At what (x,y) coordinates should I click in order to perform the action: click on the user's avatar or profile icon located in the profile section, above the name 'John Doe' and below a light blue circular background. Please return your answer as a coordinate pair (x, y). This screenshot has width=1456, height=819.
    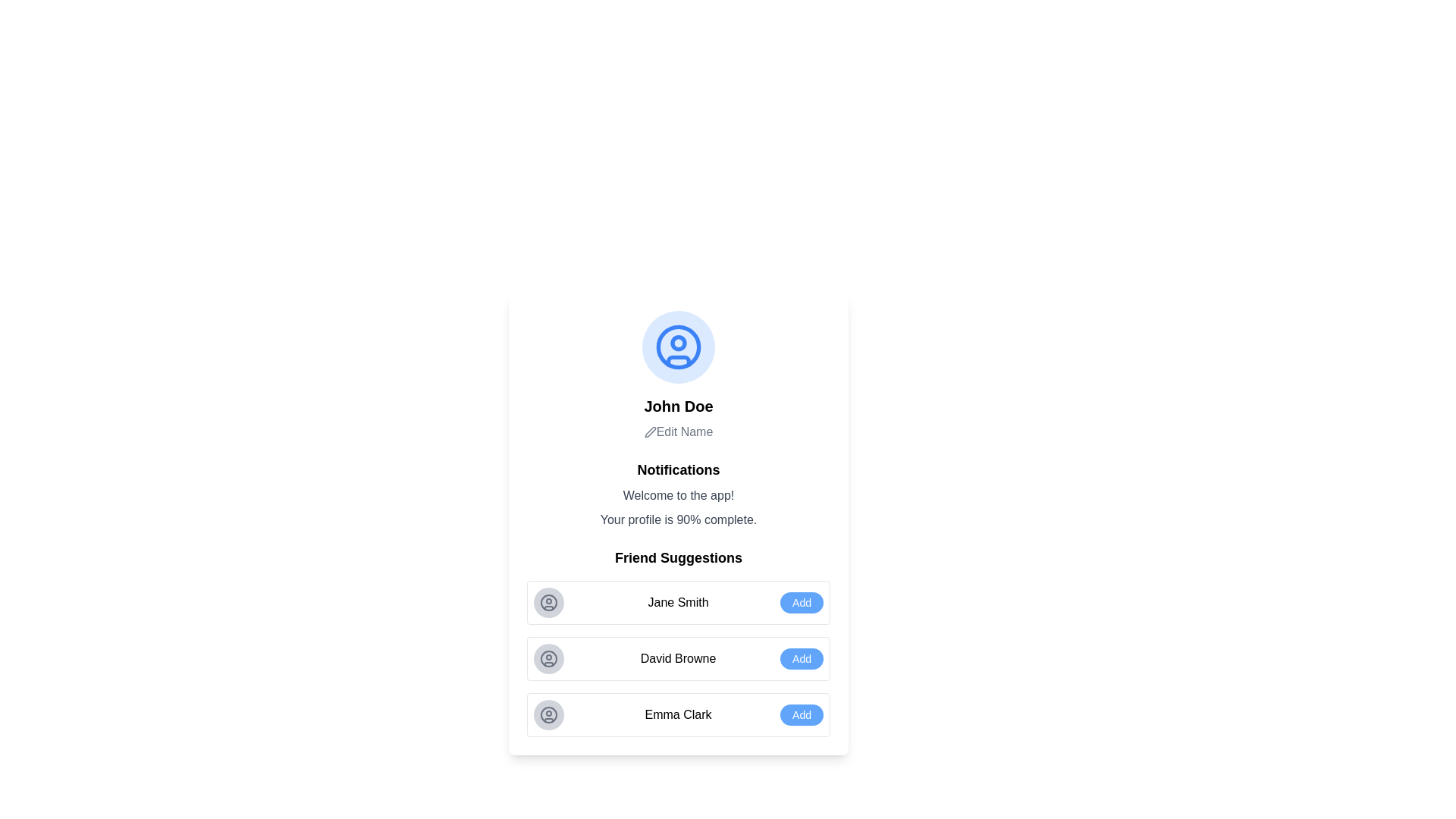
    Looking at the image, I should click on (677, 347).